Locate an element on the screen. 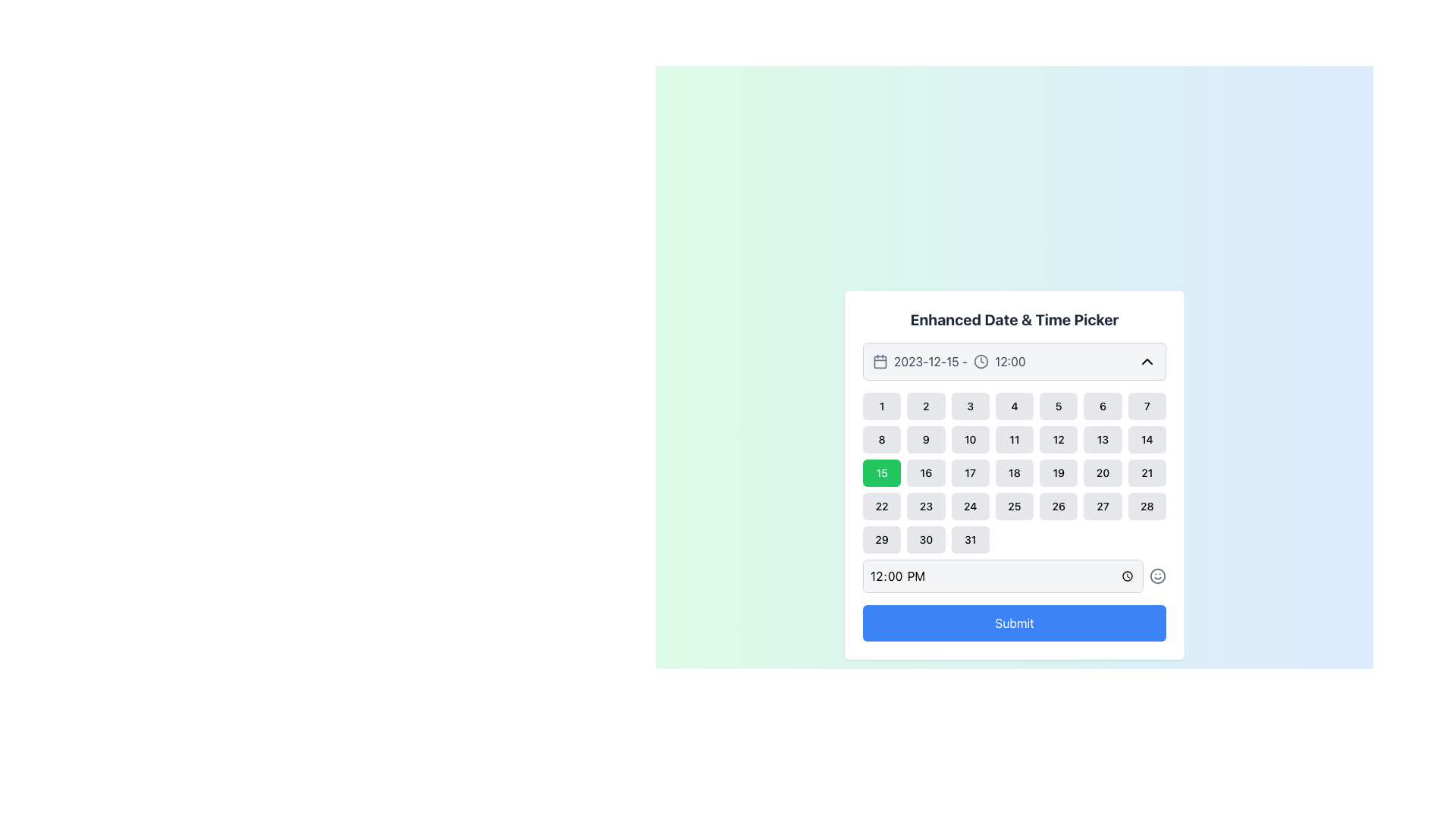  the button representing the date '11' in the Enhanced Date & Time Picker grid is located at coordinates (1015, 439).